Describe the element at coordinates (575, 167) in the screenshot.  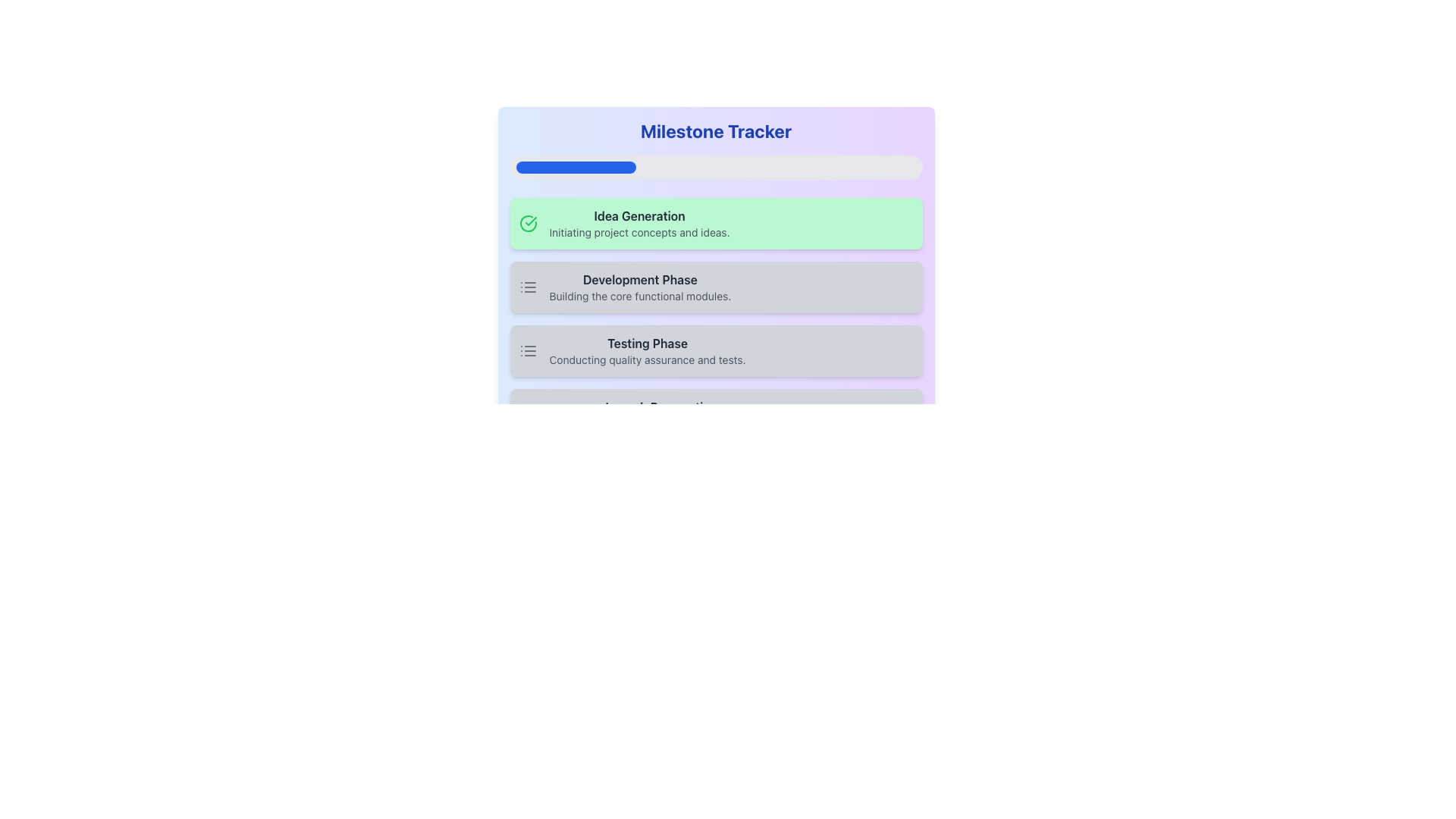
I see `the progress bar located below the title 'Milestone Tracker', which visually represents a completion percentage of 30%` at that location.